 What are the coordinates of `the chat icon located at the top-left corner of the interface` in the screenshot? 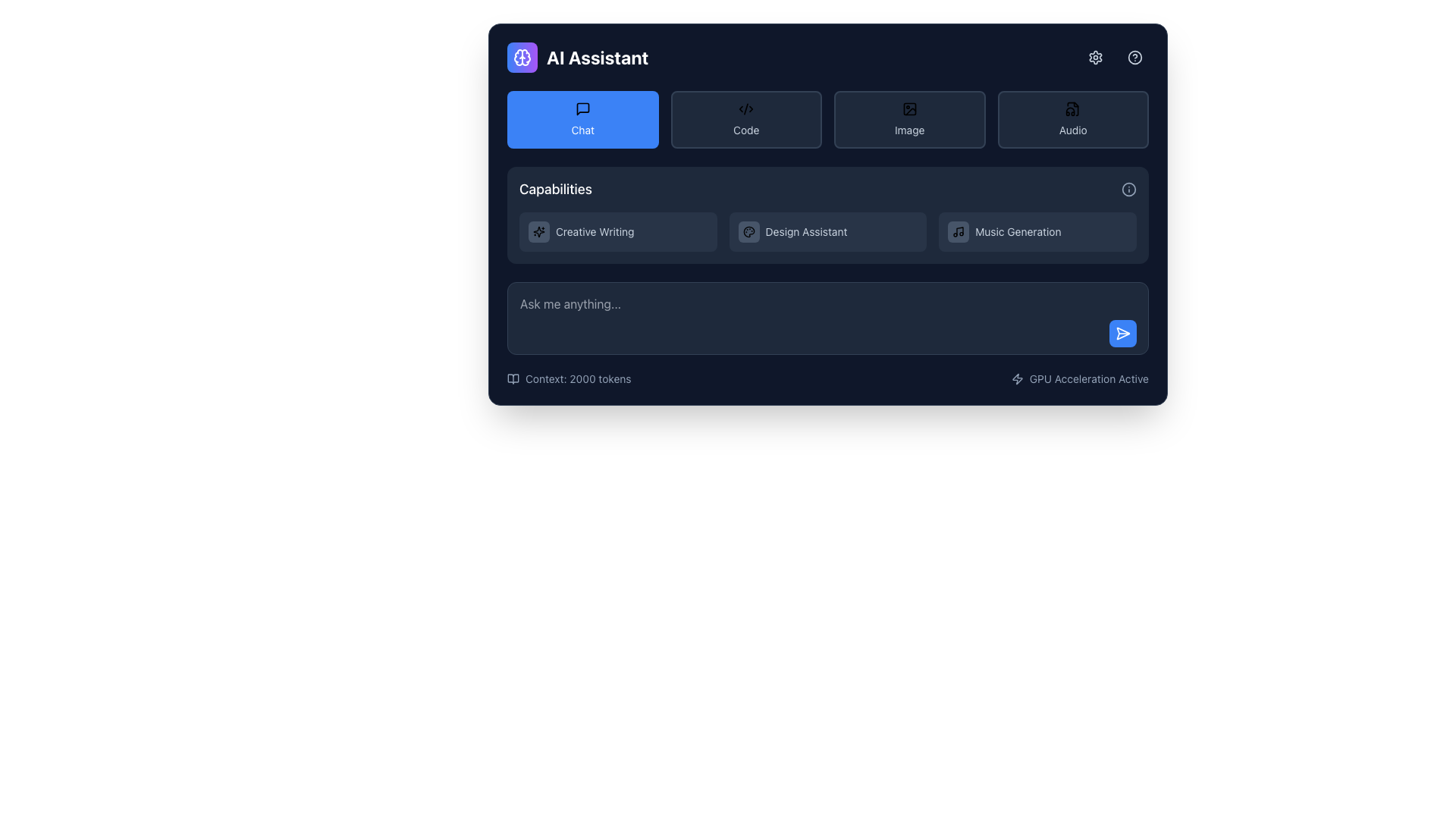 It's located at (582, 108).